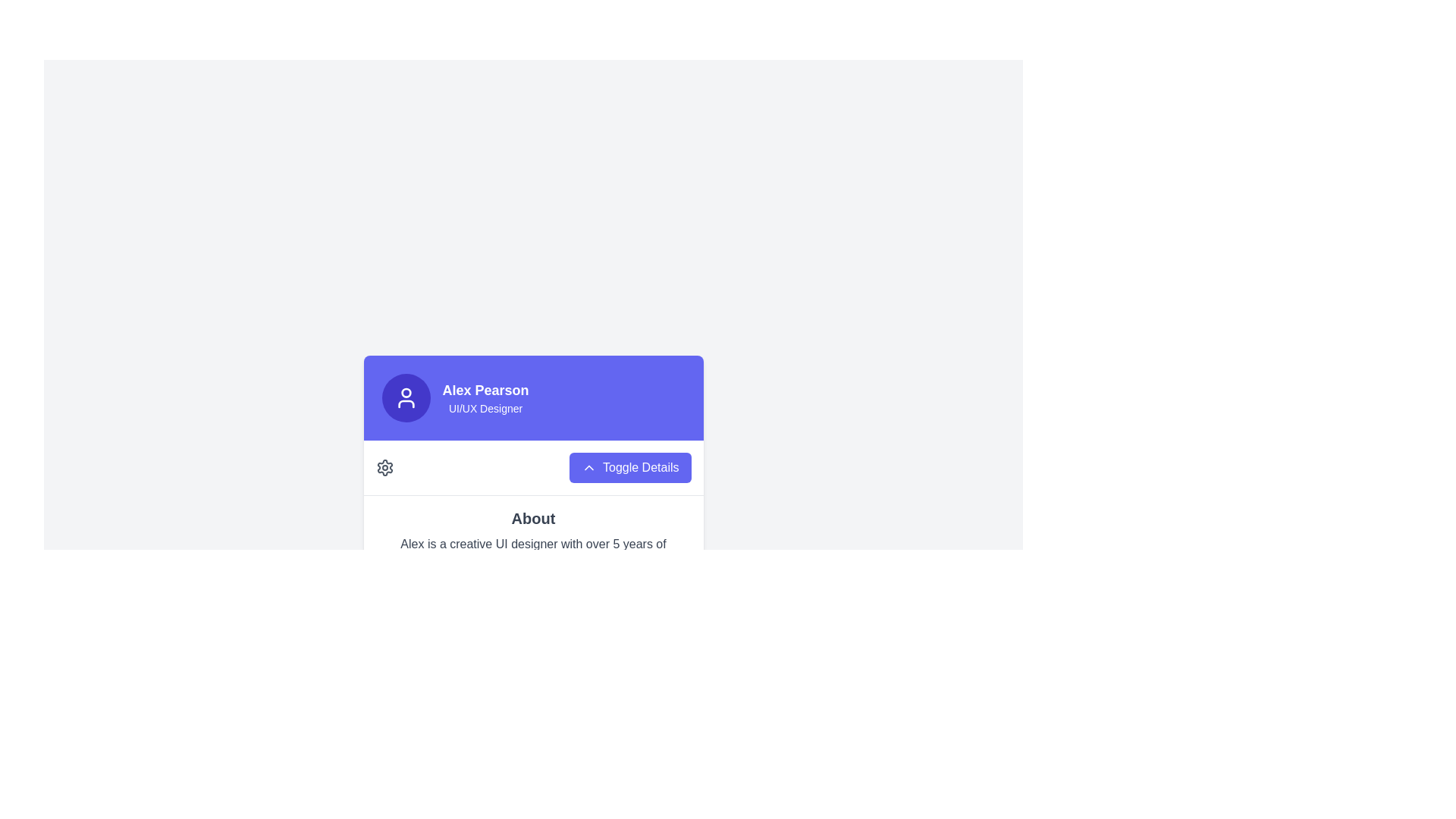  What do you see at coordinates (533, 517) in the screenshot?
I see `the 'About' header label, which is a bold text label positioned above a descriptive paragraph about UI designer Alex` at bounding box center [533, 517].